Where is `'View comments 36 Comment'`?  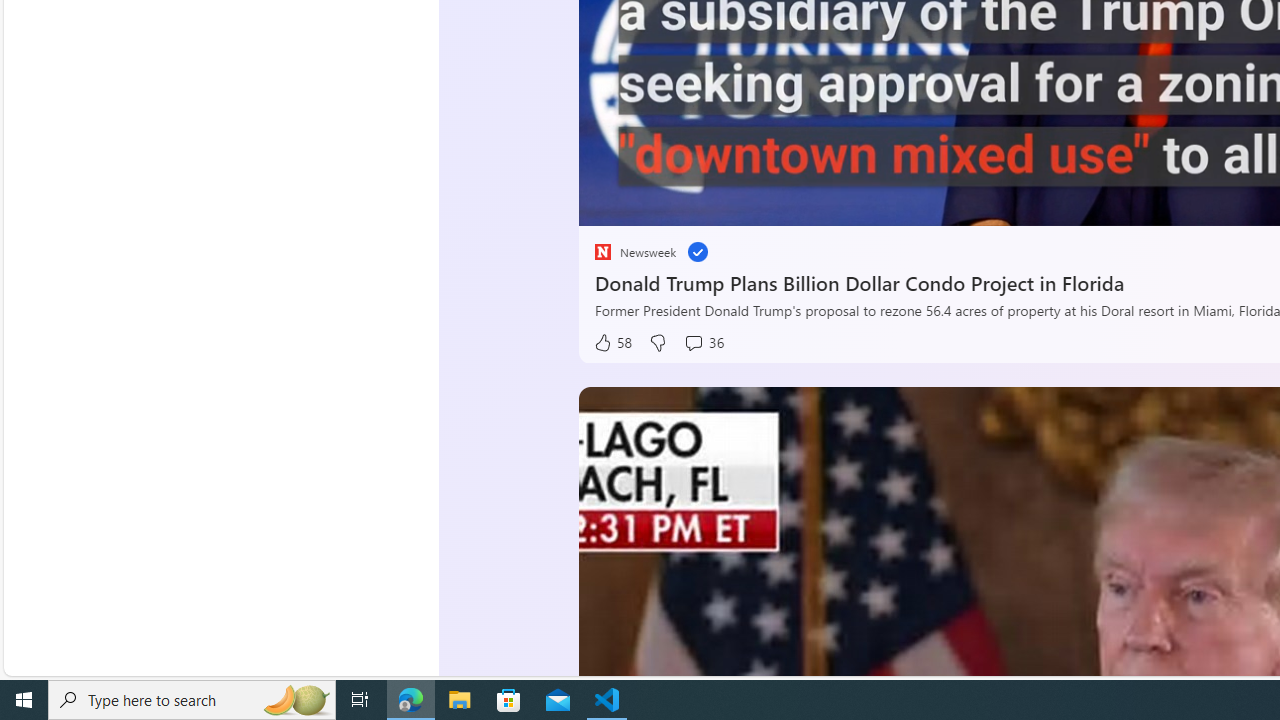 'View comments 36 Comment' is located at coordinates (703, 342).